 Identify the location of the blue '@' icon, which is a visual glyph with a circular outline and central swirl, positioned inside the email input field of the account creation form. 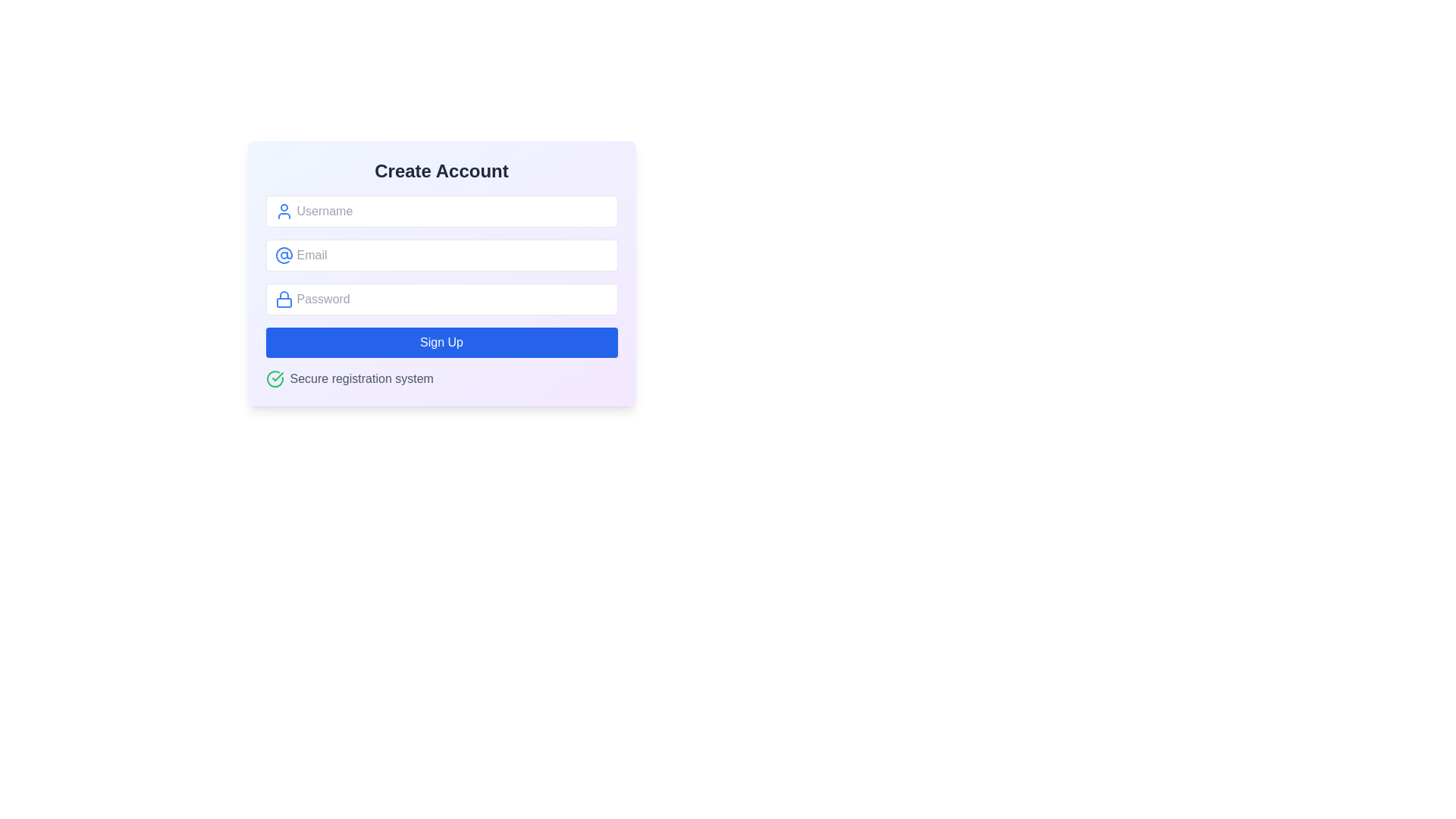
(284, 254).